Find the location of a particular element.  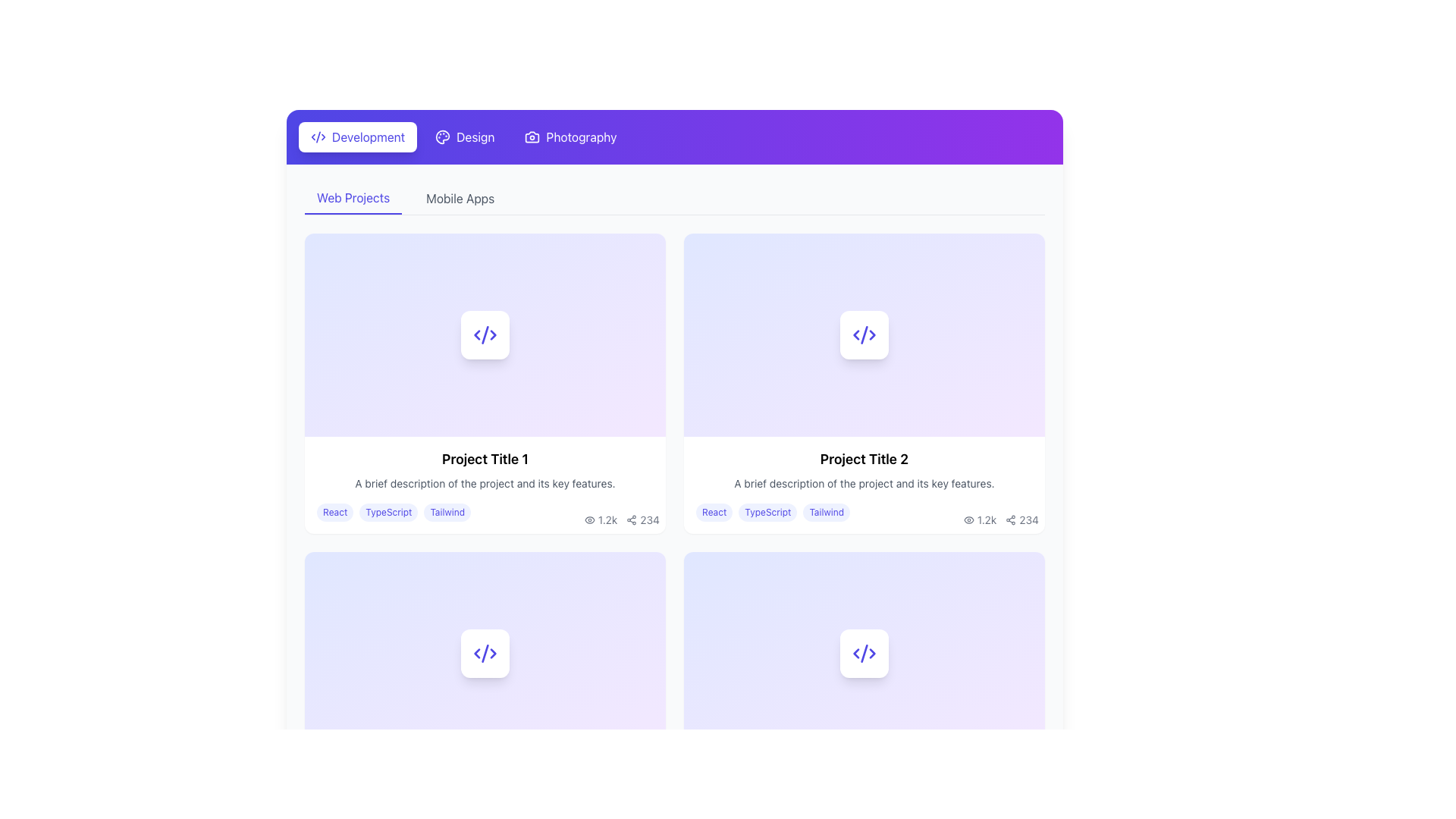

text content displayed in gray font that describes the project, located below the title 'Project Title 1' and above the tags in the upper-left area of the grid layout is located at coordinates (484, 483).